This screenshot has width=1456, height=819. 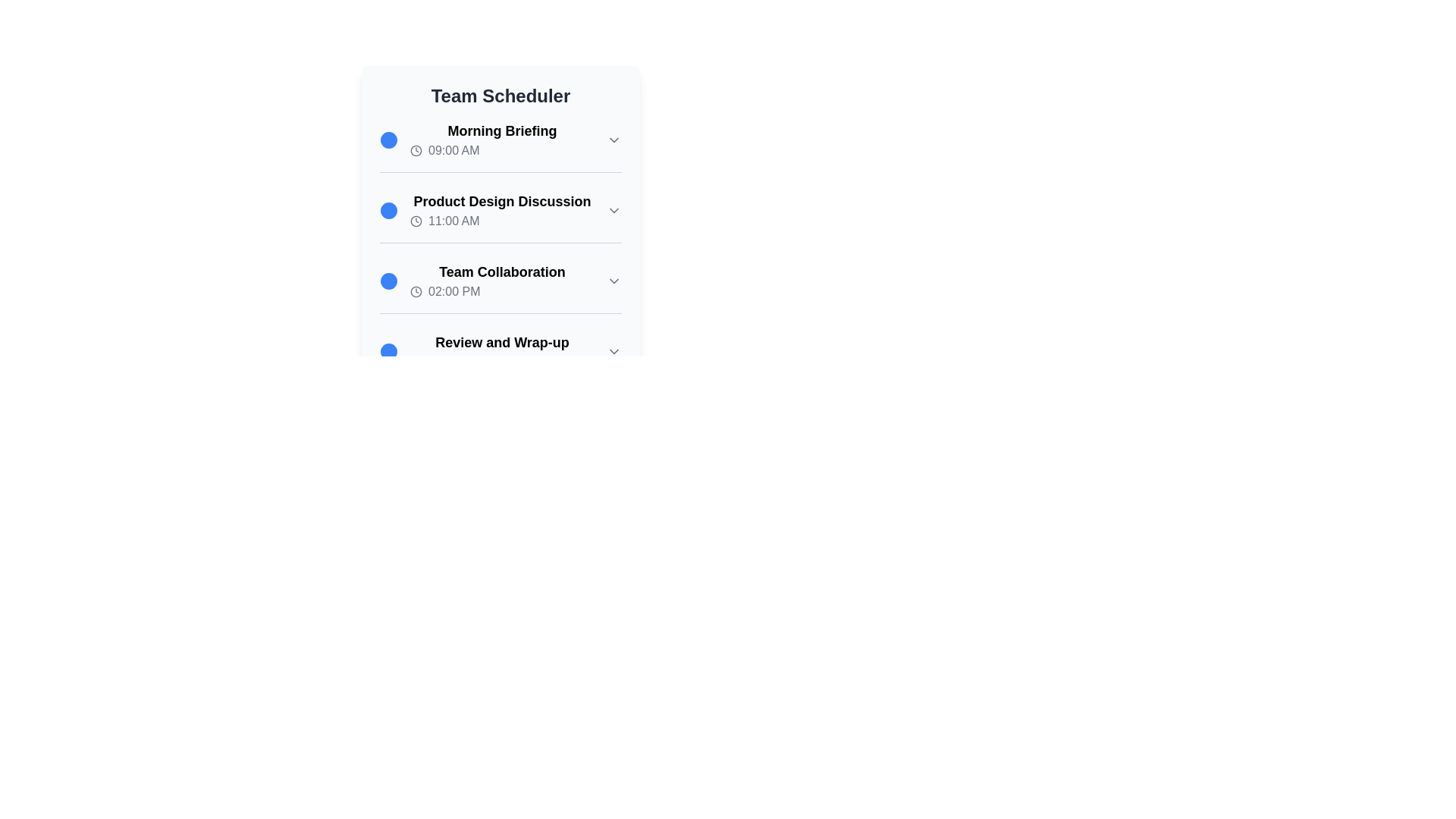 I want to click on the text label displaying 'Review and Wrap-up', which is a bold heading above '04:30 PM' in a vertical list of scheduled items, so click(x=502, y=342).